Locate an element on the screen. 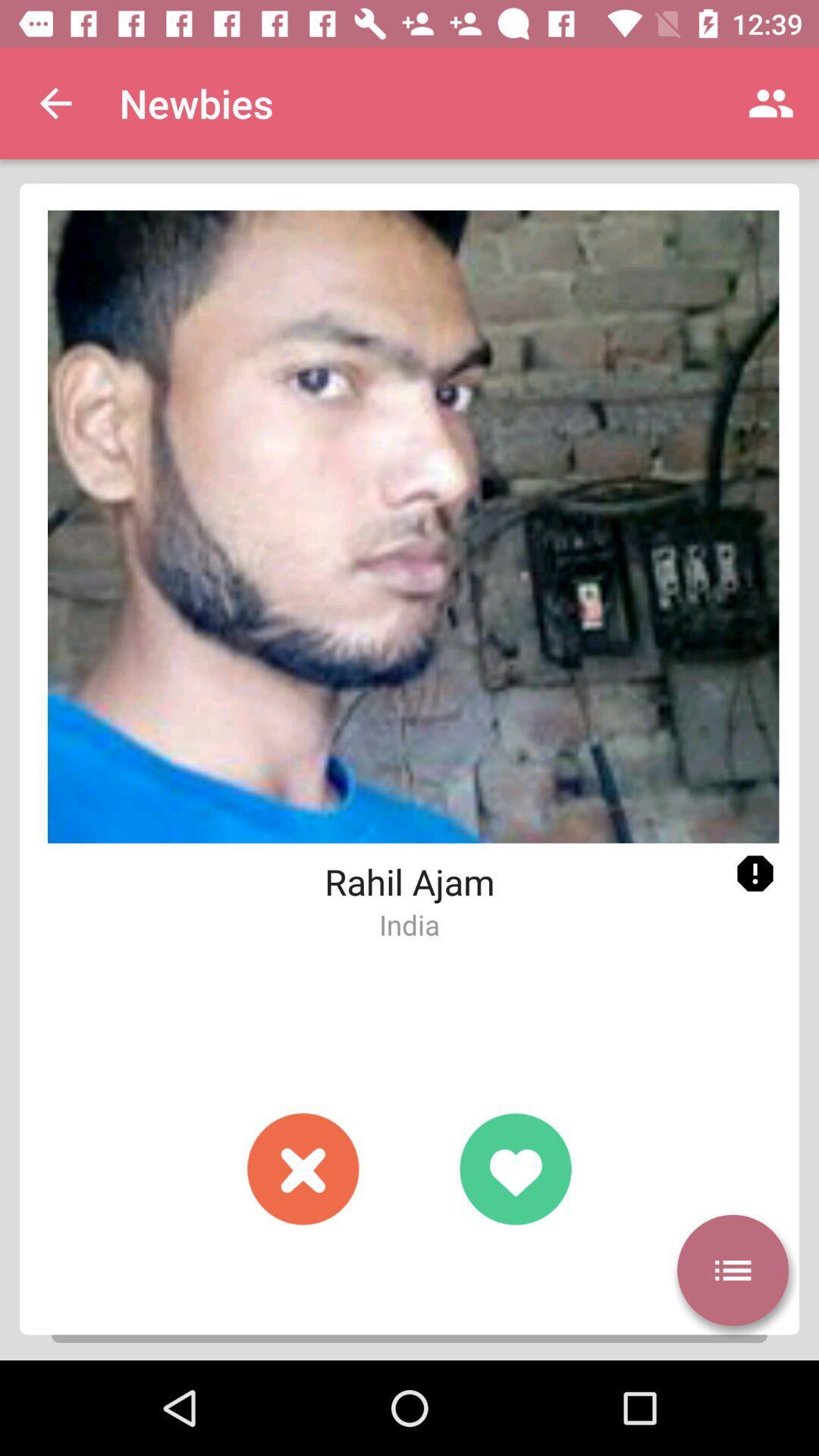 The height and width of the screenshot is (1456, 819). like this profile is located at coordinates (514, 1168).